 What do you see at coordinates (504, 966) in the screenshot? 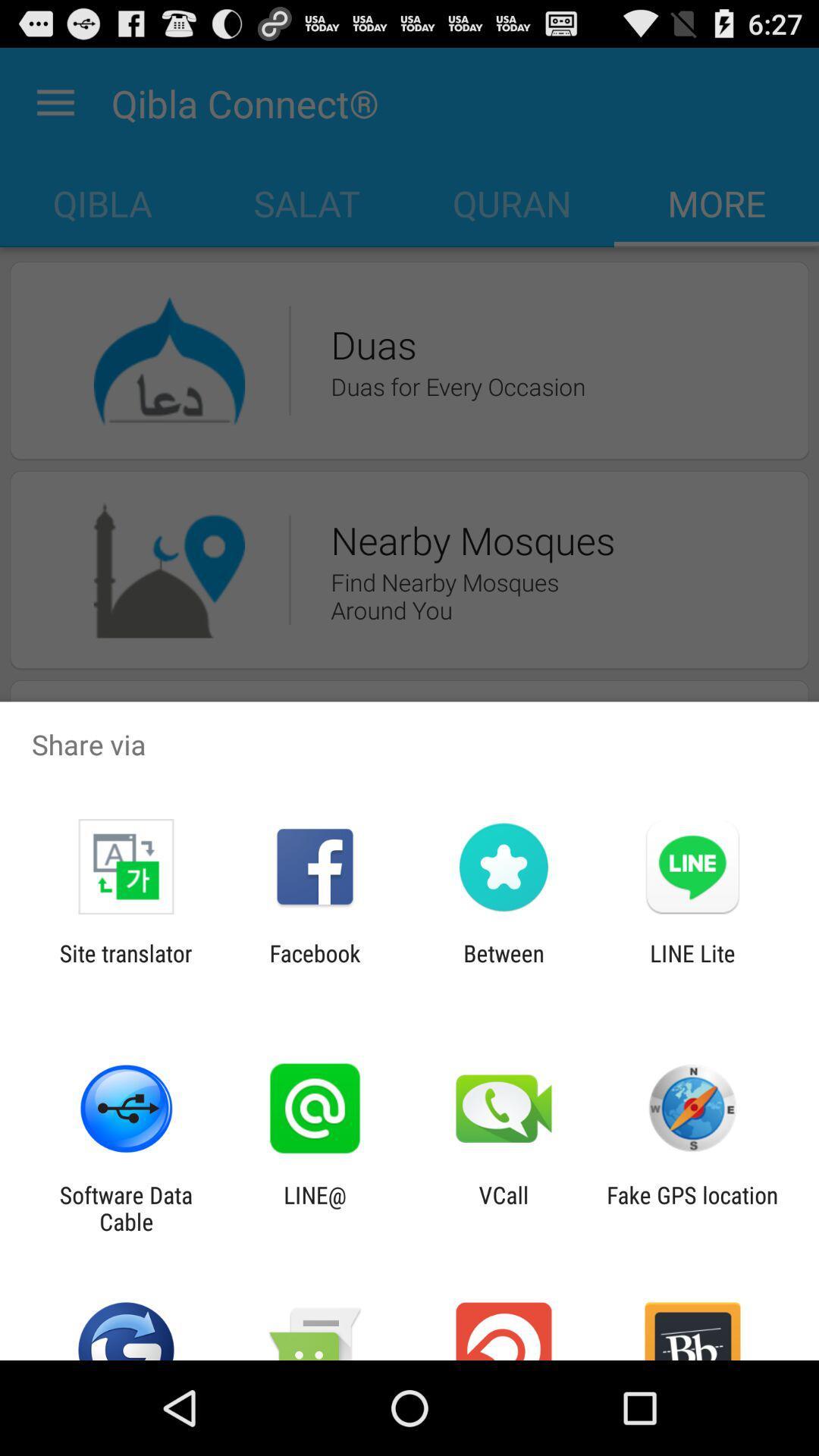
I see `the icon to the right of the facebook icon` at bounding box center [504, 966].